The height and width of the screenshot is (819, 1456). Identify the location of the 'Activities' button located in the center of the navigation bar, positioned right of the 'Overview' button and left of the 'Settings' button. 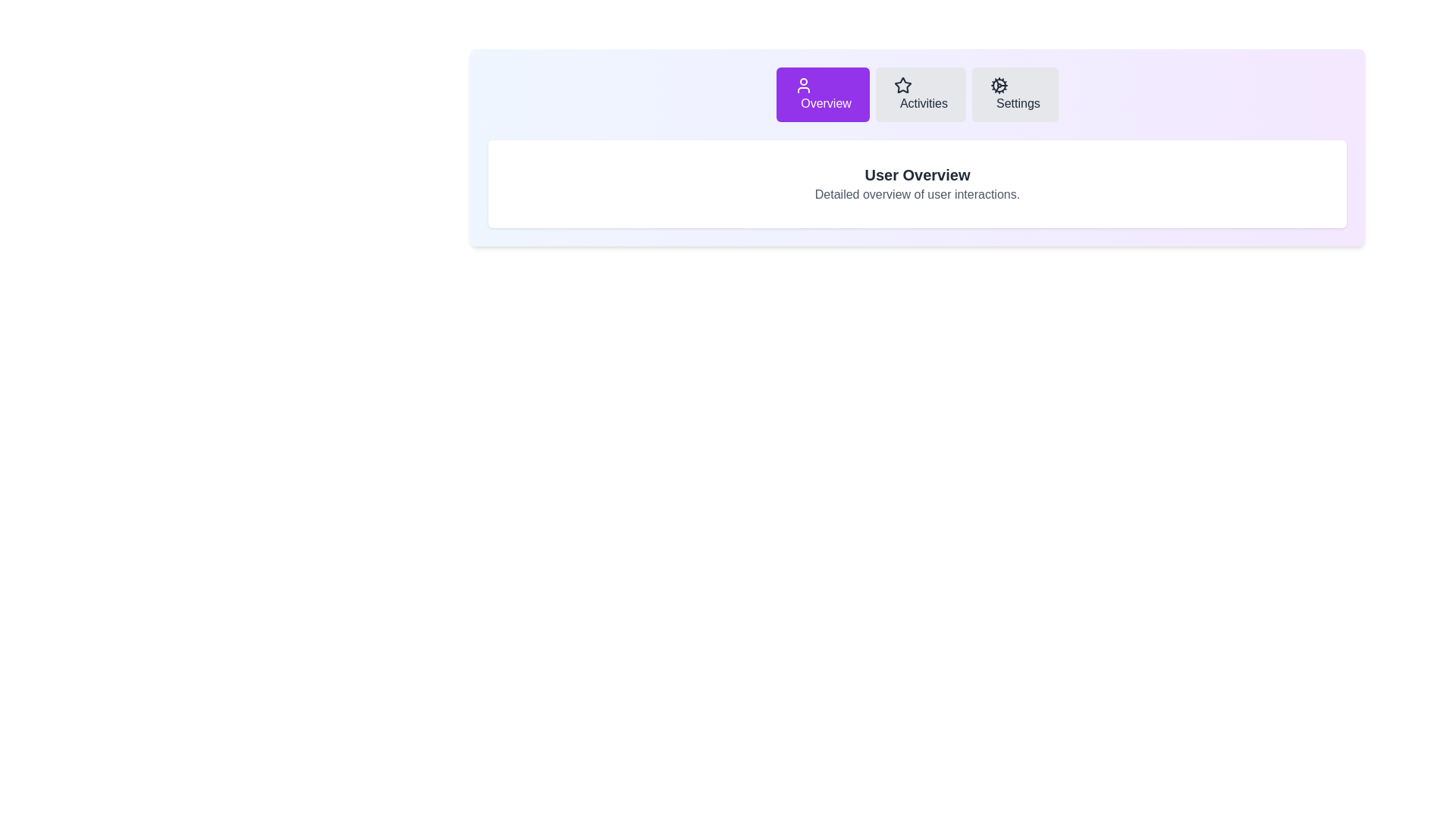
(920, 94).